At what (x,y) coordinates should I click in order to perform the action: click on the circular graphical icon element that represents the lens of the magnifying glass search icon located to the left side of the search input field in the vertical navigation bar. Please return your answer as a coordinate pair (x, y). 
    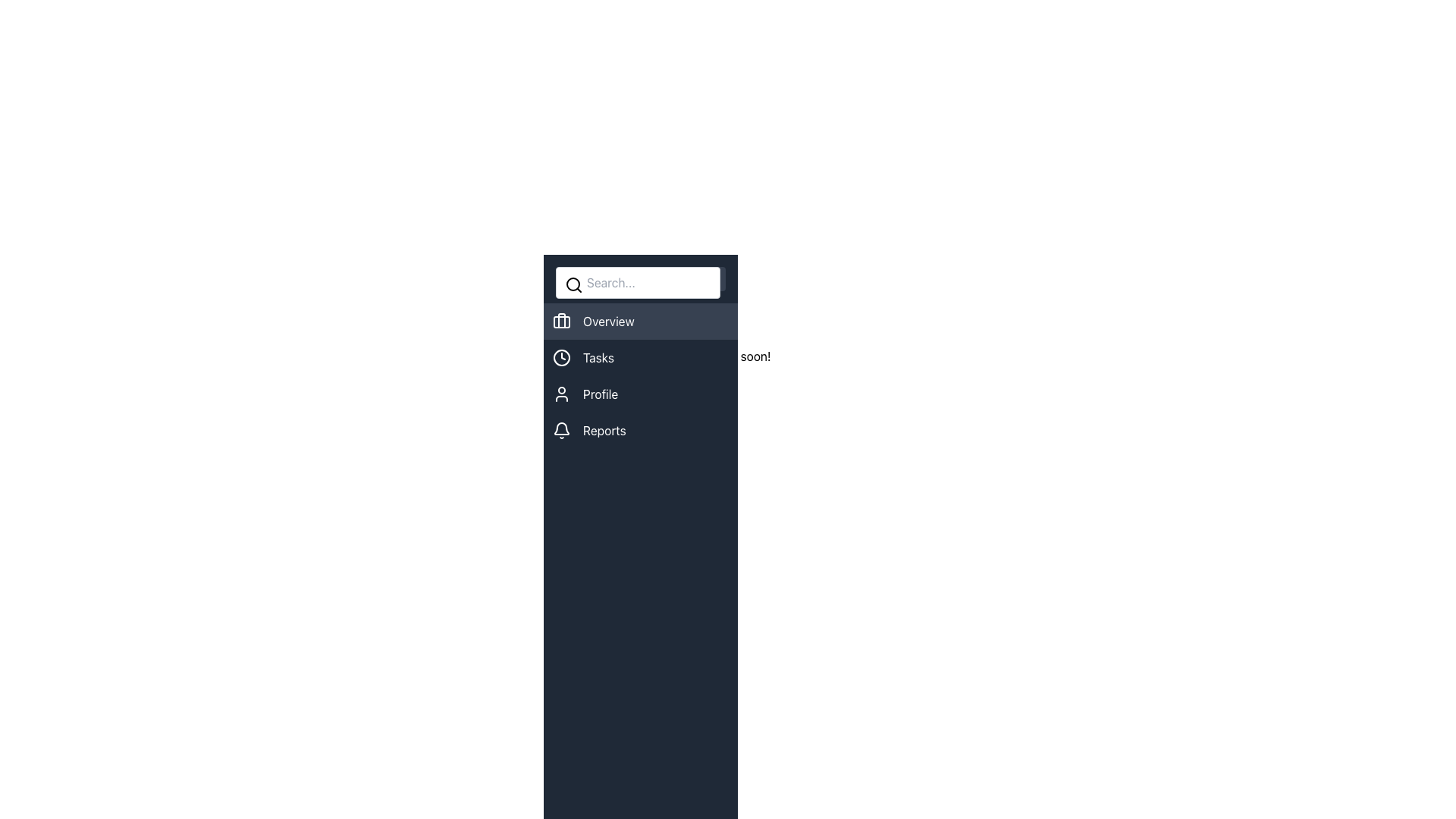
    Looking at the image, I should click on (572, 284).